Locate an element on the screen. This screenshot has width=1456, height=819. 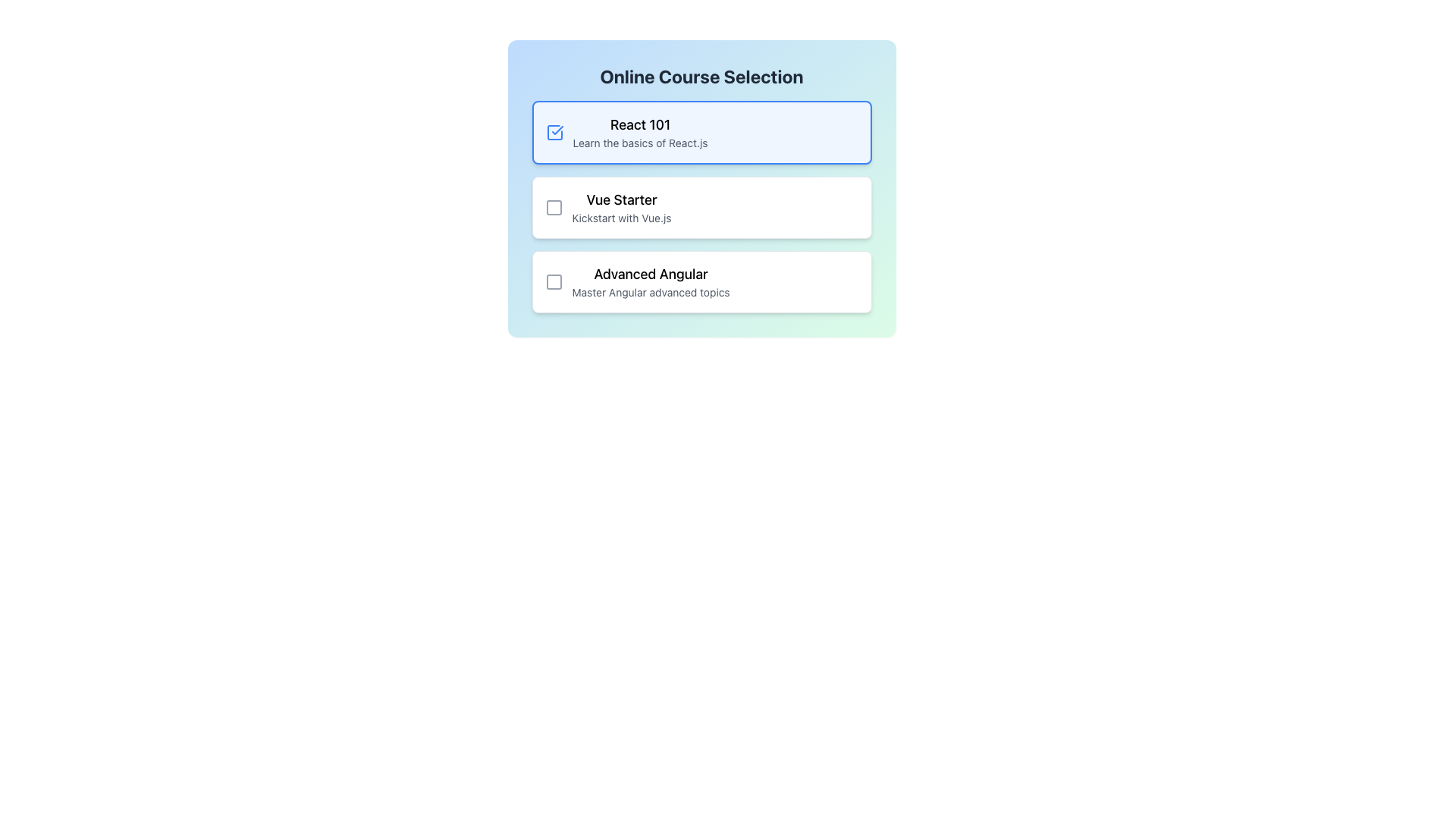
the text label displaying 'React 101' which is styled as a main heading in the 'Online Course Selection' interface is located at coordinates (640, 124).